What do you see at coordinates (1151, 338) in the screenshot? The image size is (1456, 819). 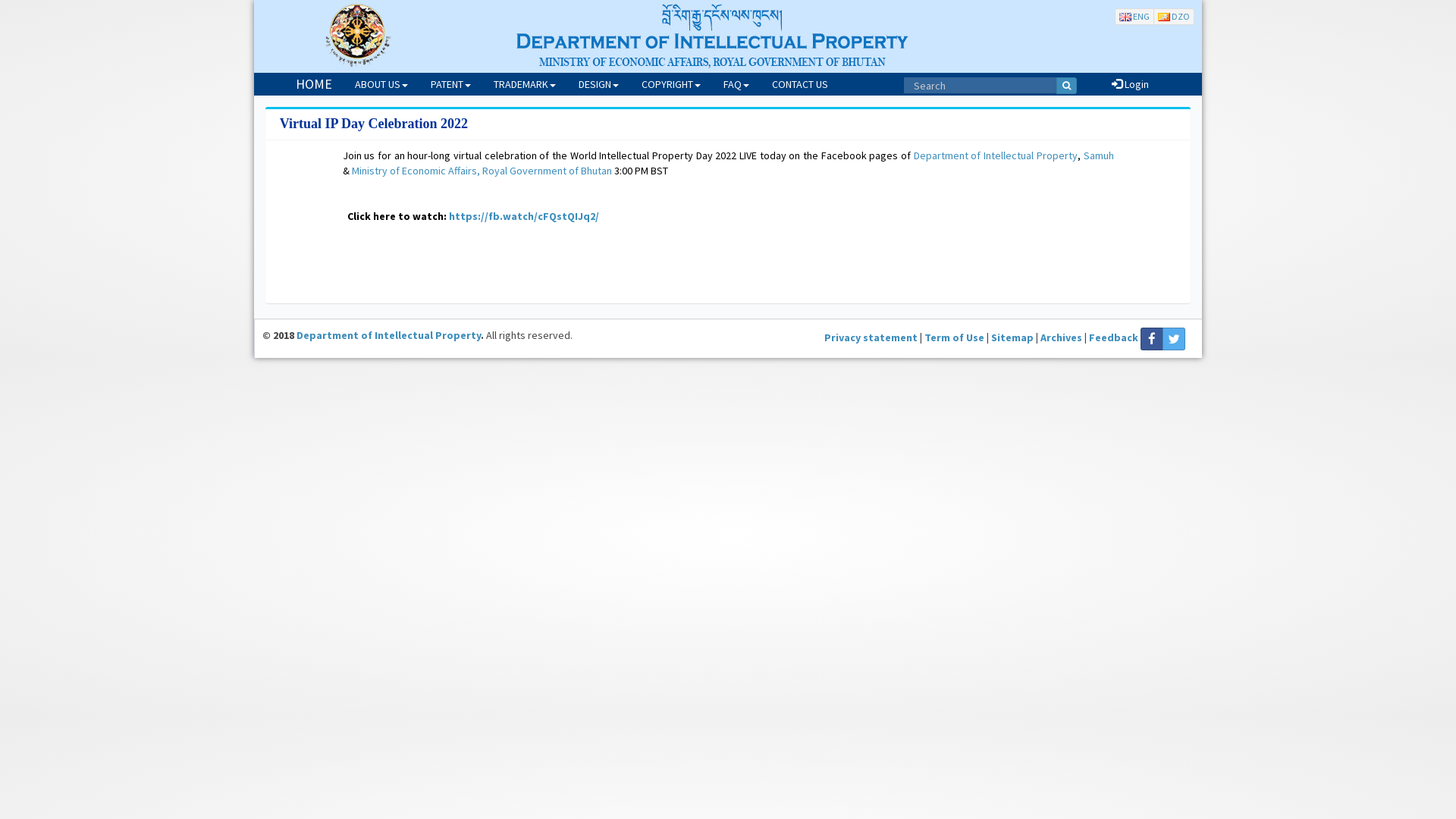 I see `'facebook'` at bounding box center [1151, 338].